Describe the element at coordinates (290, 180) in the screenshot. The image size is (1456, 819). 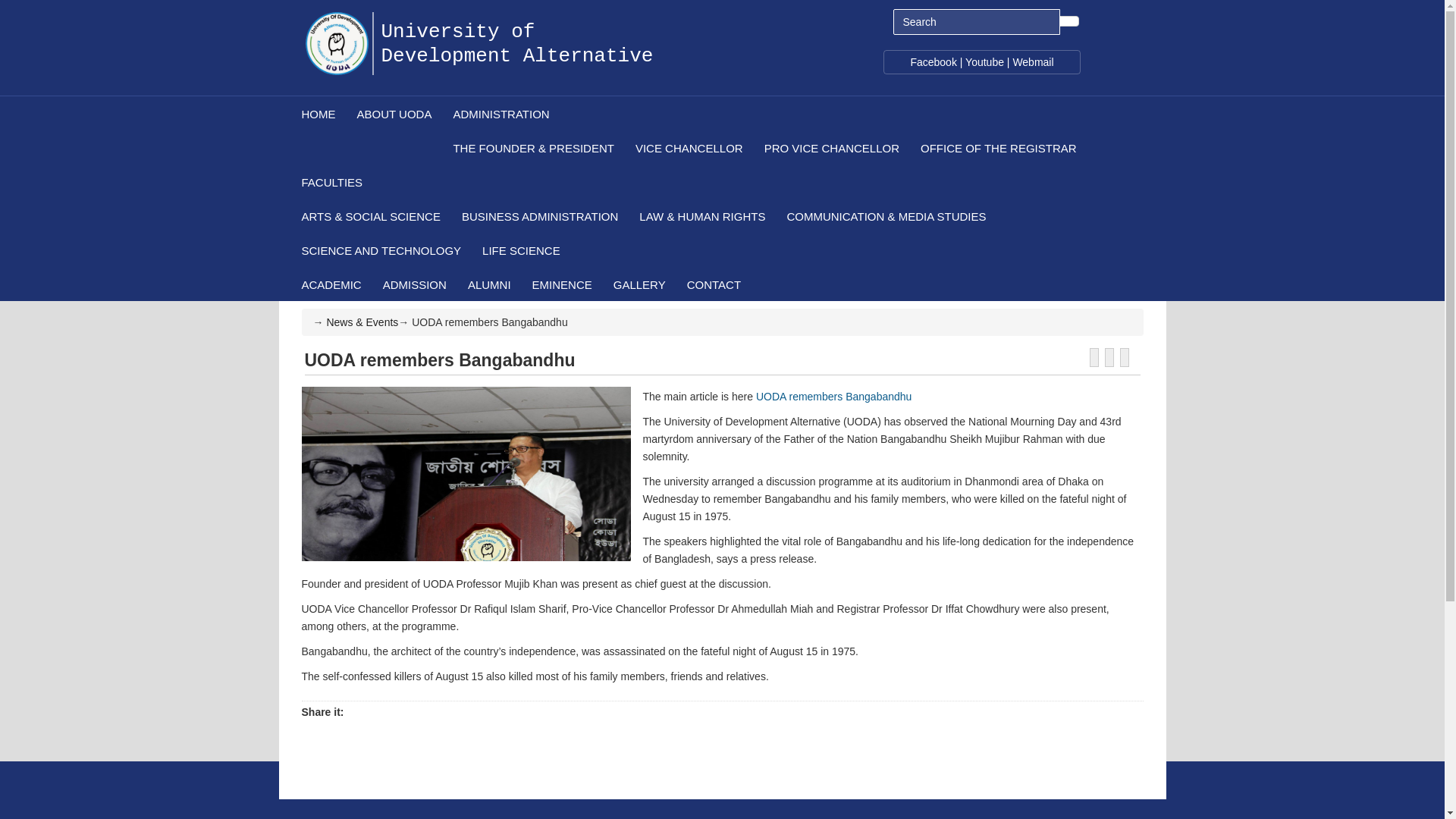
I see `'FACULTIES'` at that location.